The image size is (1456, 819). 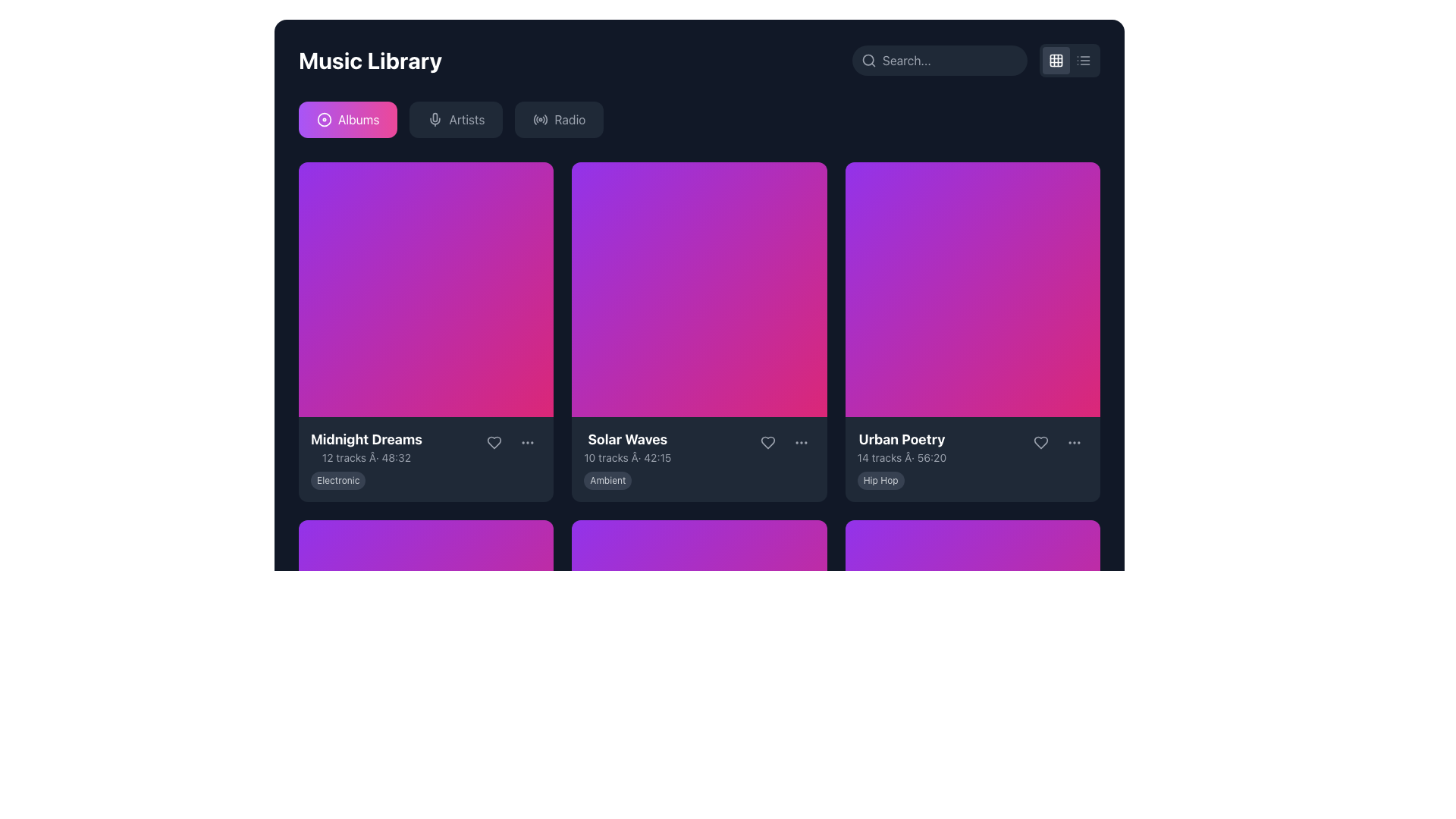 What do you see at coordinates (972, 290) in the screenshot?
I see `the decorative graphic or album cover placeholder located in the third card from the left in the top row of the music library grid, characterized by its distinctive gradient background transitioning from purple to pink` at bounding box center [972, 290].